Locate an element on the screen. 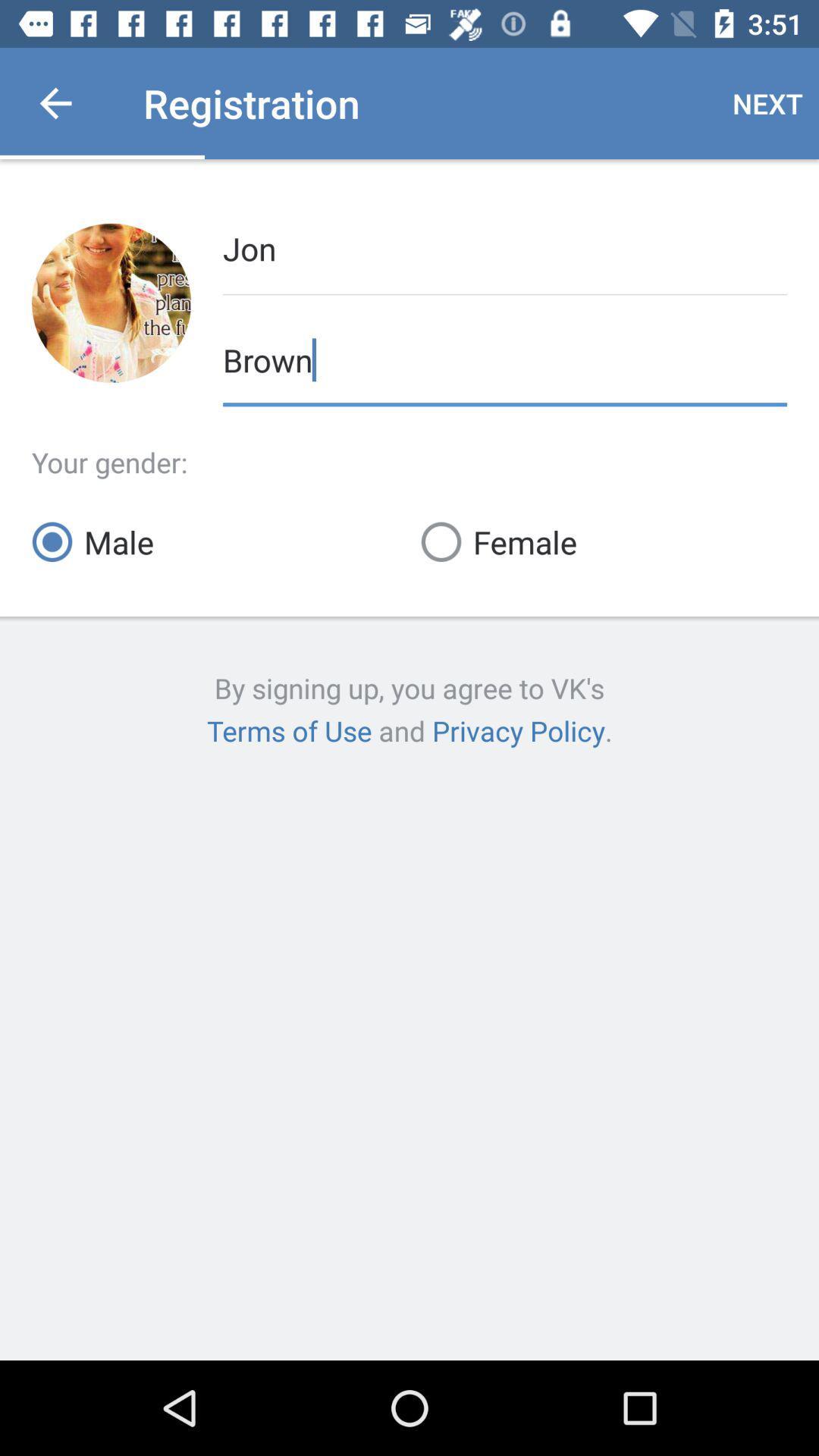 The height and width of the screenshot is (1456, 819). jon item is located at coordinates (505, 247).